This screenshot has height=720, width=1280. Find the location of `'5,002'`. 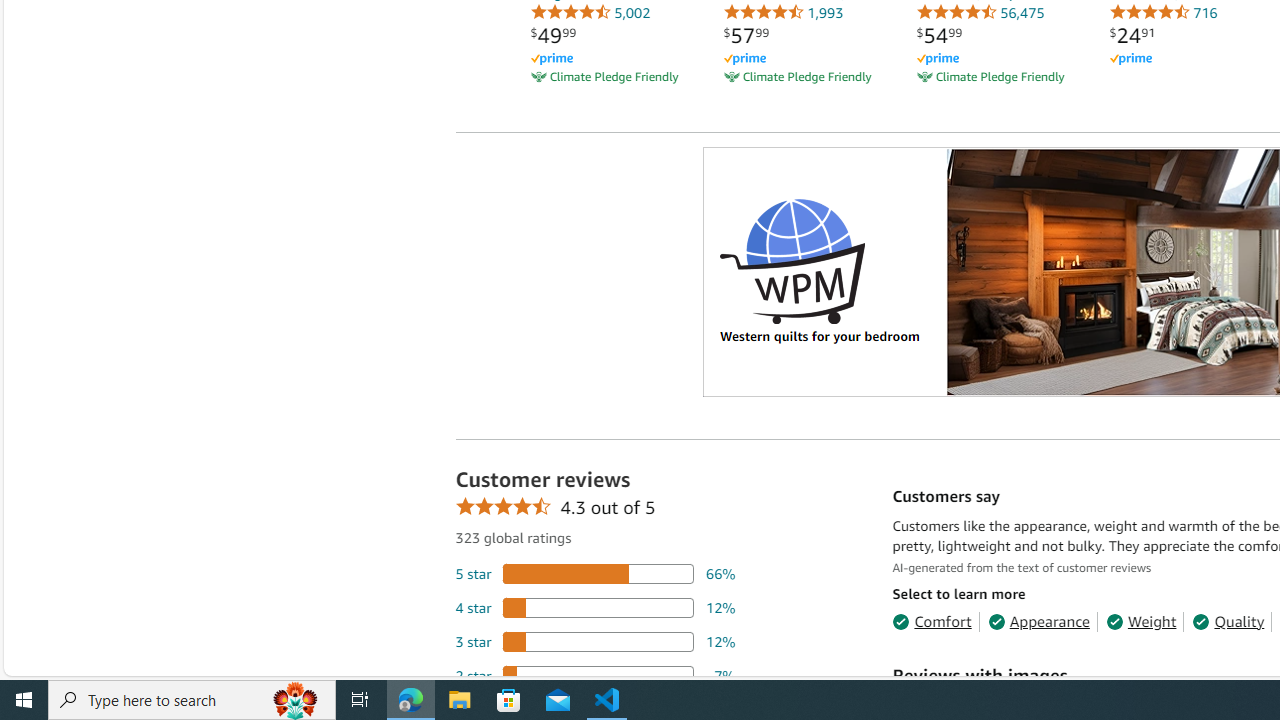

'5,002' is located at coordinates (589, 12).